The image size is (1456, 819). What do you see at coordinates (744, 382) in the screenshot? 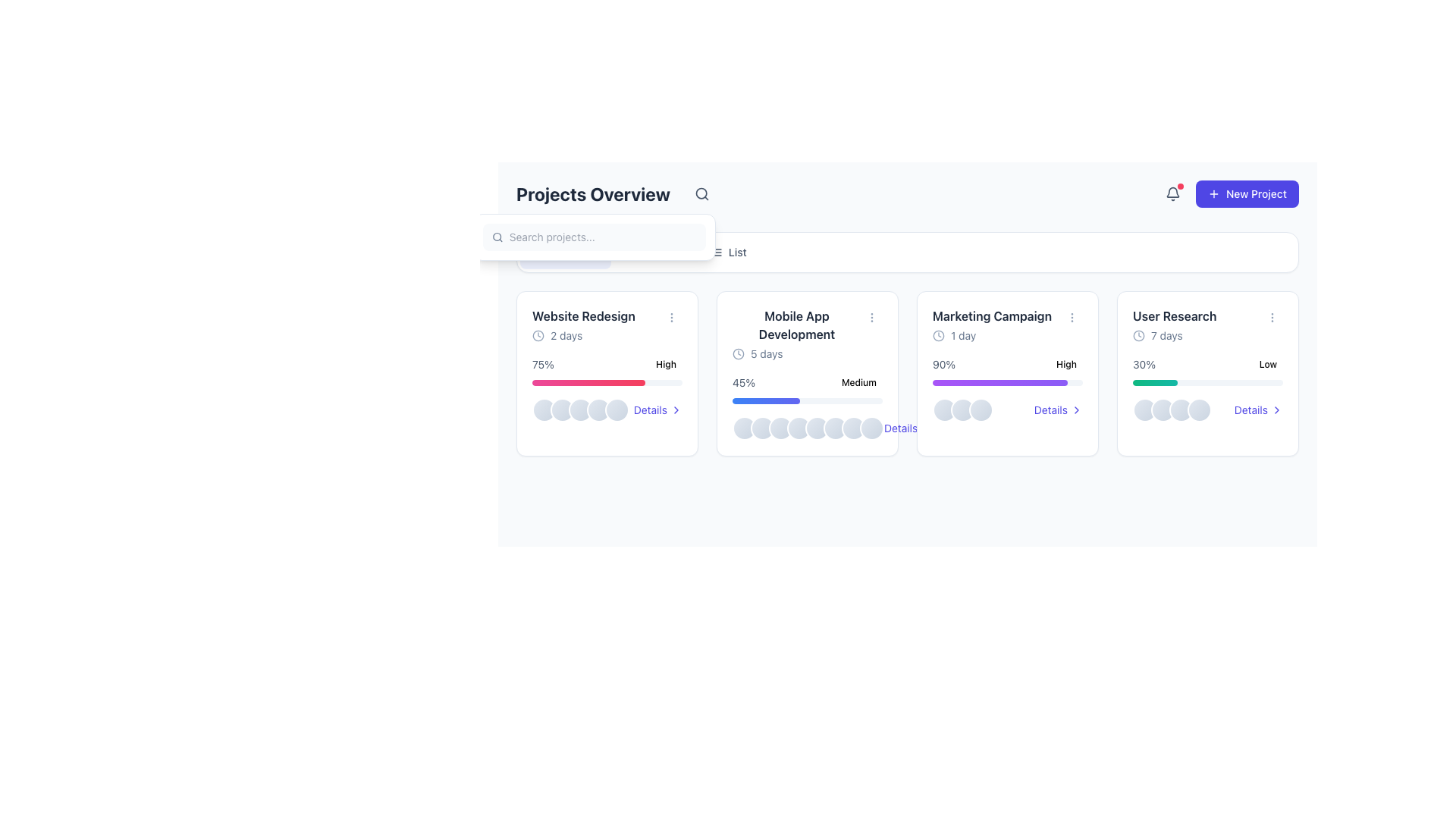
I see `the label displaying '45%' in light slate-gray color, located in the 'Mobile App Development' project card, to the left of the 'Medium' priority label` at bounding box center [744, 382].